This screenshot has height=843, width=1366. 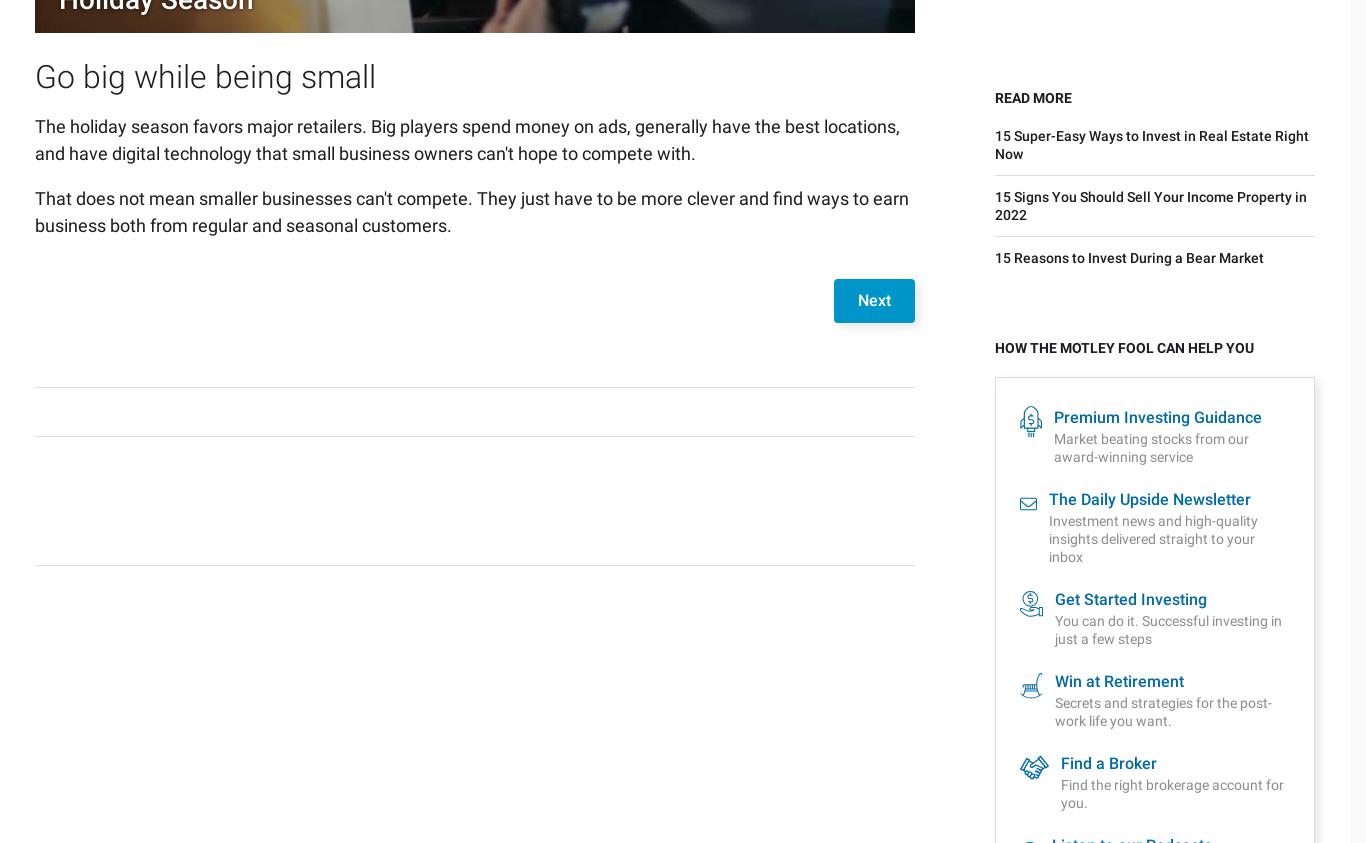 I want to click on 'Listen to our Podcasts', so click(x=1130, y=390).